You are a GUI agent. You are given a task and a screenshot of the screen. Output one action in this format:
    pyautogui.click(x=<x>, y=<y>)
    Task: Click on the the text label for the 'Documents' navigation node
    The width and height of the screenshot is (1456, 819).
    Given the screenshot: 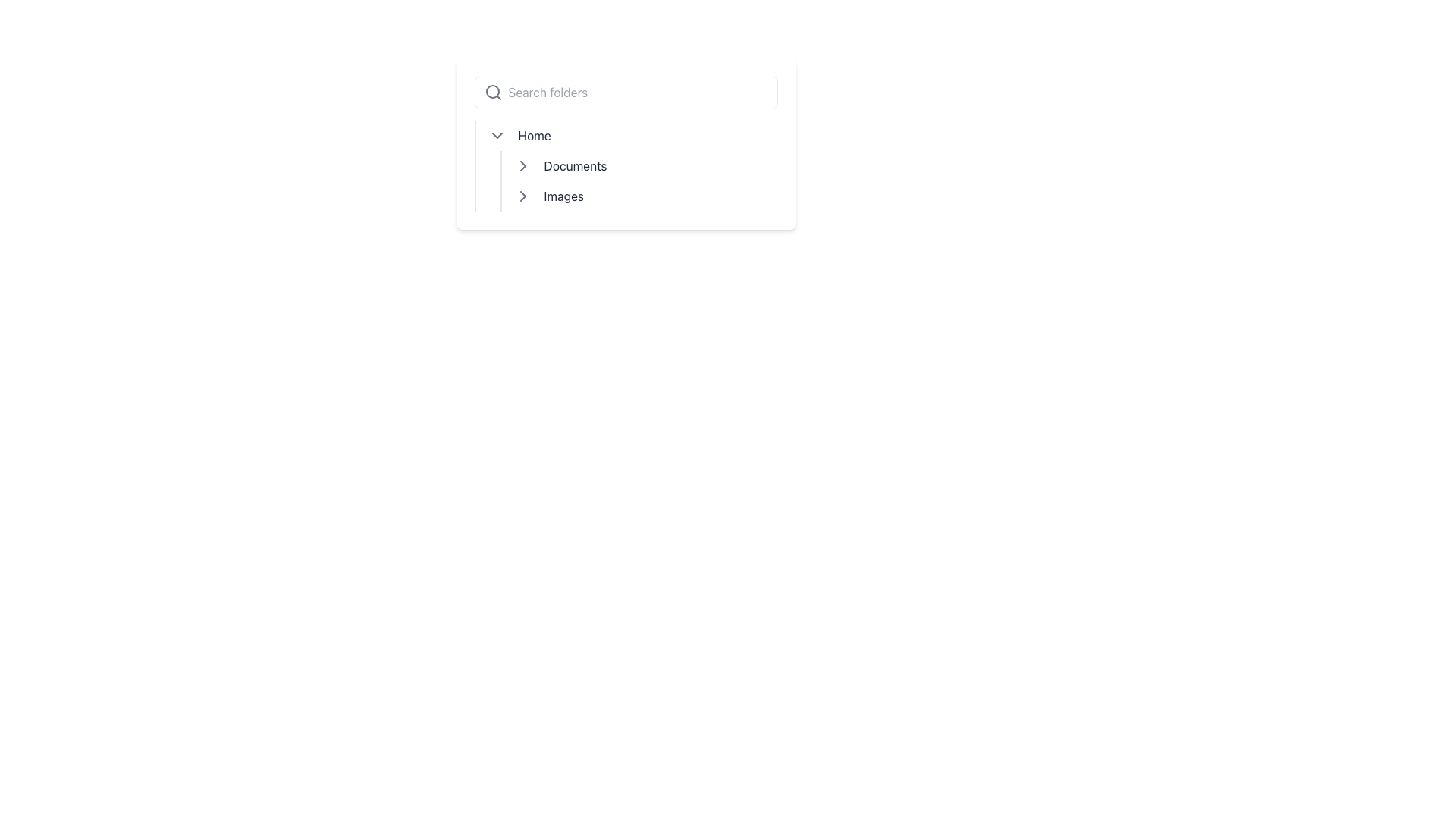 What is the action you would take?
    pyautogui.click(x=574, y=166)
    